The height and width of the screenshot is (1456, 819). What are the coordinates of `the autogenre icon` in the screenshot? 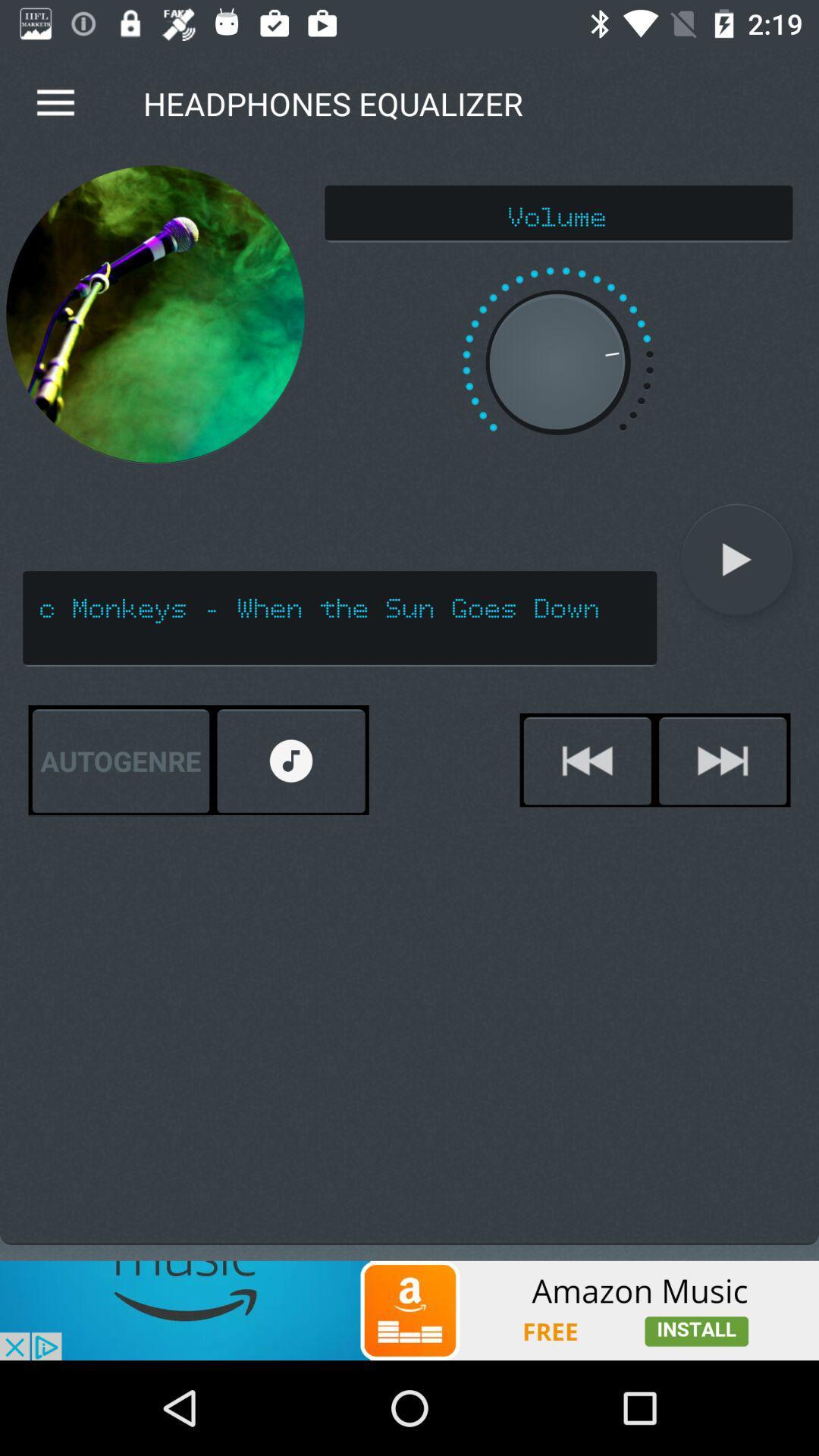 It's located at (120, 761).